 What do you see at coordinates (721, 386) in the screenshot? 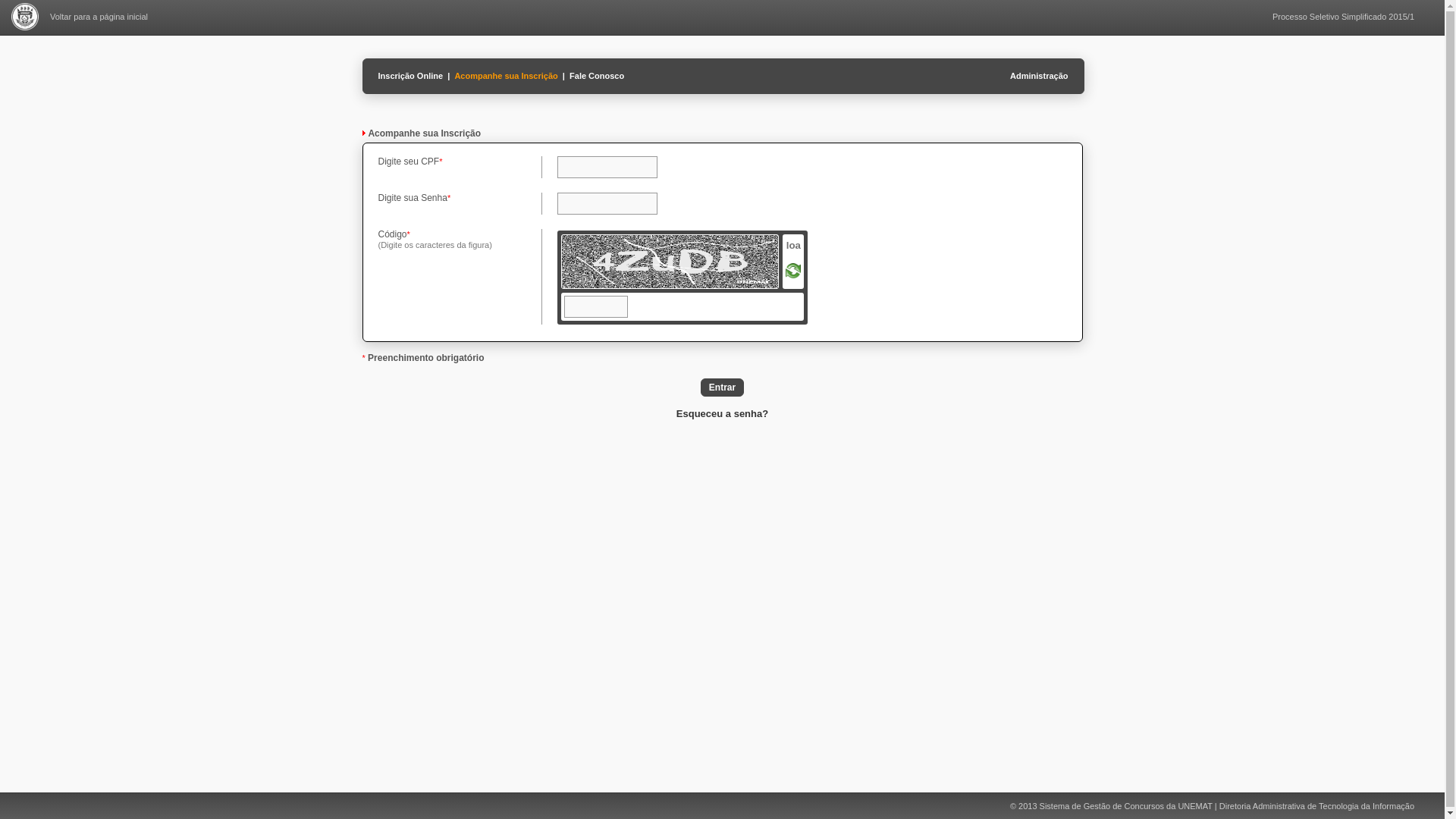
I see `'Entrar'` at bounding box center [721, 386].